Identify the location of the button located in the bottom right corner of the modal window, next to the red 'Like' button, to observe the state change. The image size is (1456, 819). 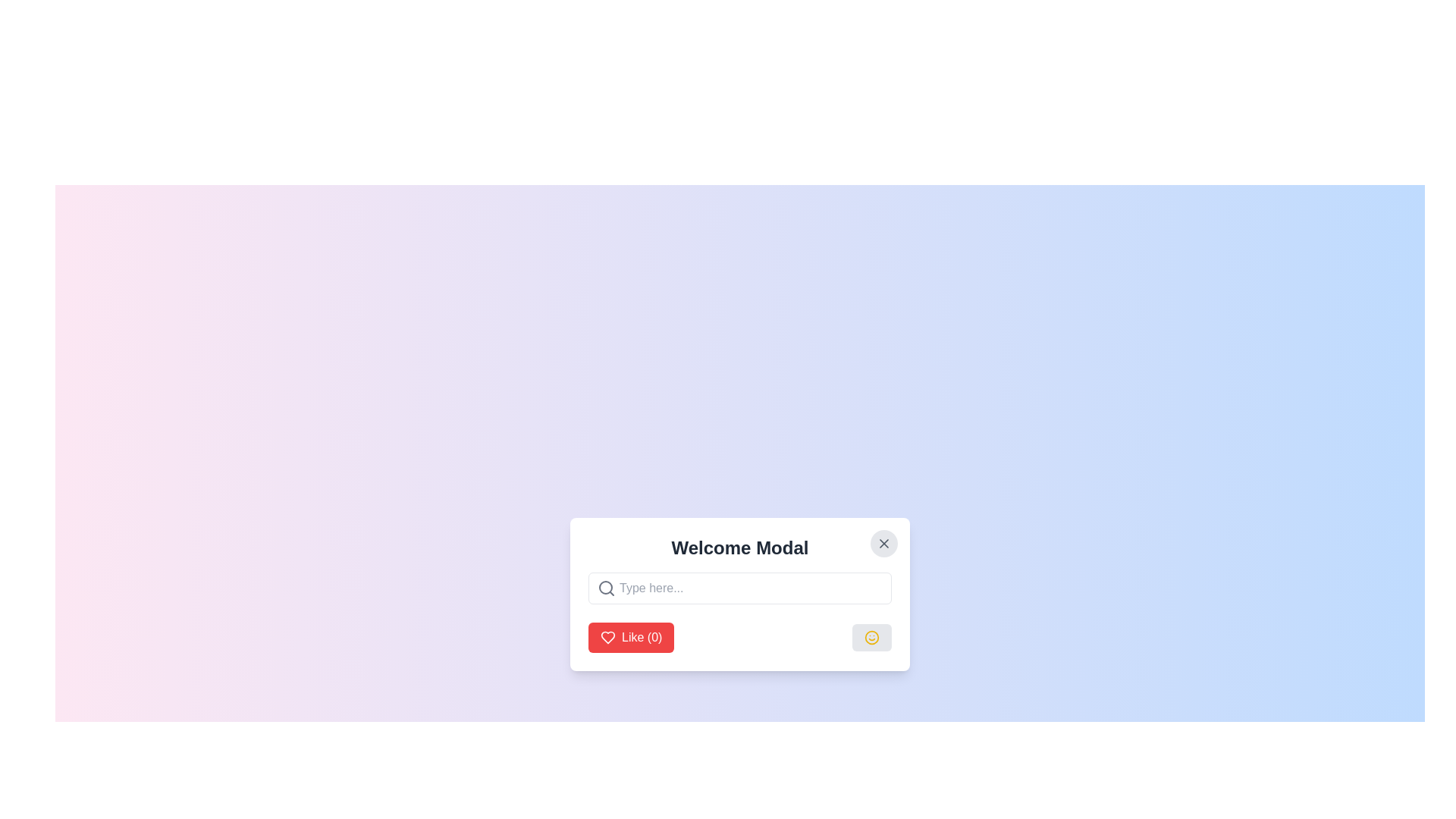
(872, 637).